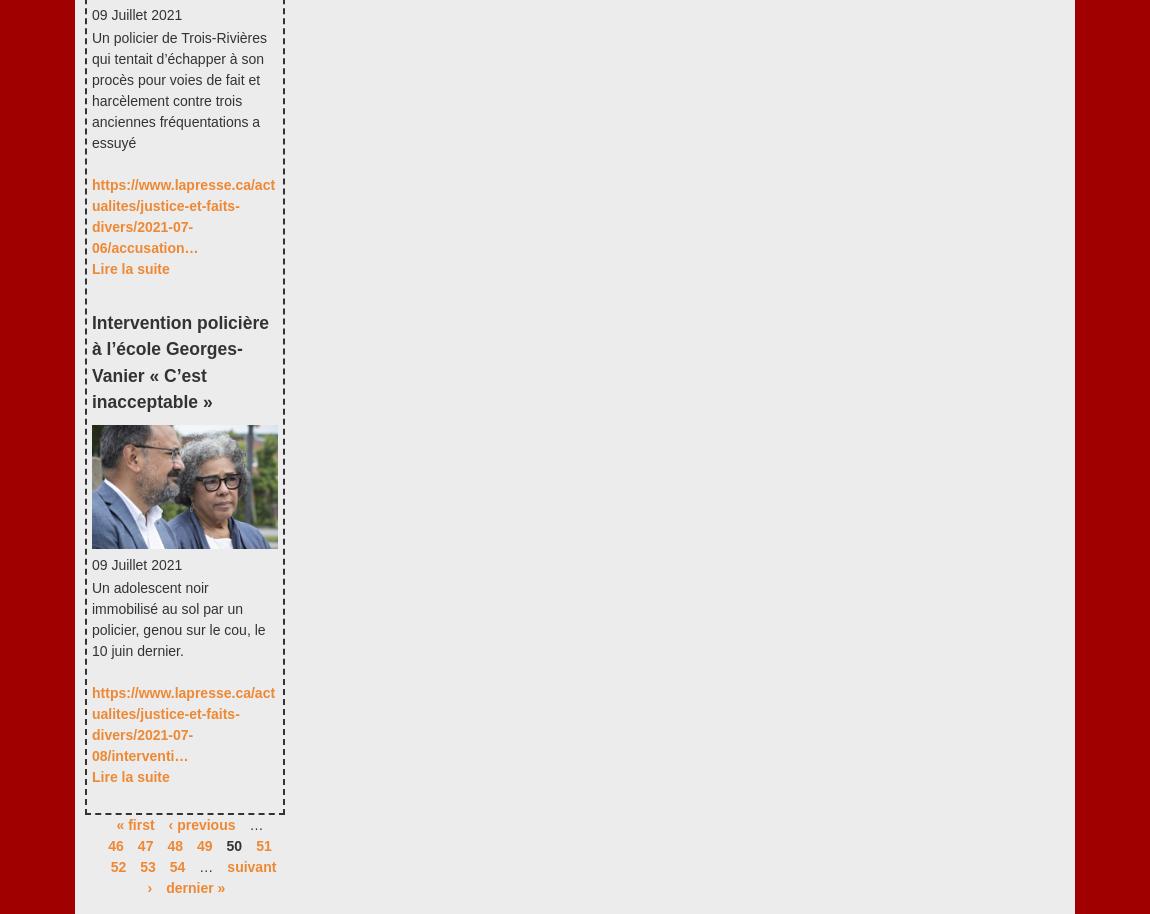 The height and width of the screenshot is (914, 1150). I want to click on 'dernier »', so click(194, 887).